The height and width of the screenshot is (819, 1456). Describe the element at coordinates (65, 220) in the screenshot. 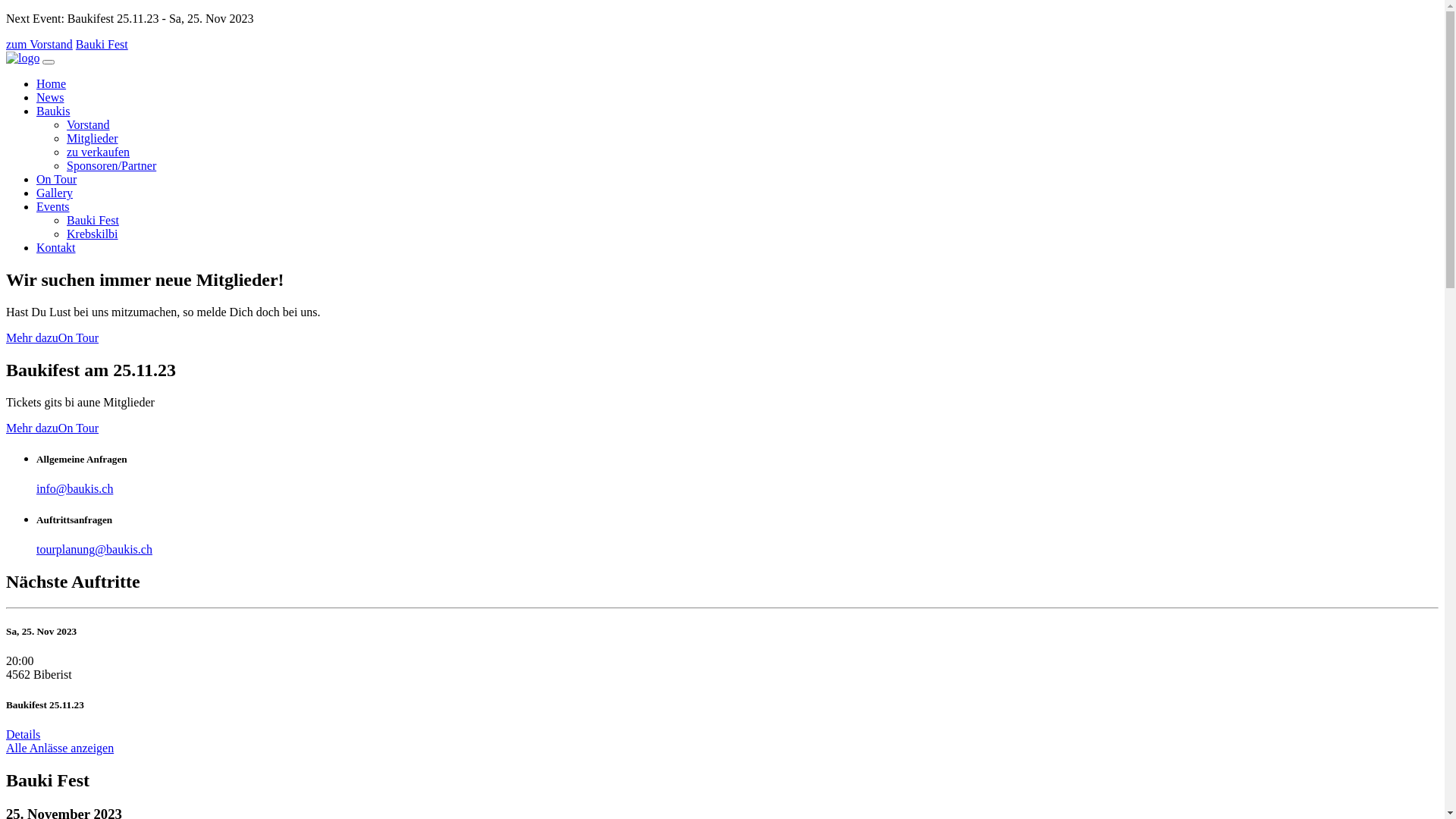

I see `'Bauki Fest'` at that location.